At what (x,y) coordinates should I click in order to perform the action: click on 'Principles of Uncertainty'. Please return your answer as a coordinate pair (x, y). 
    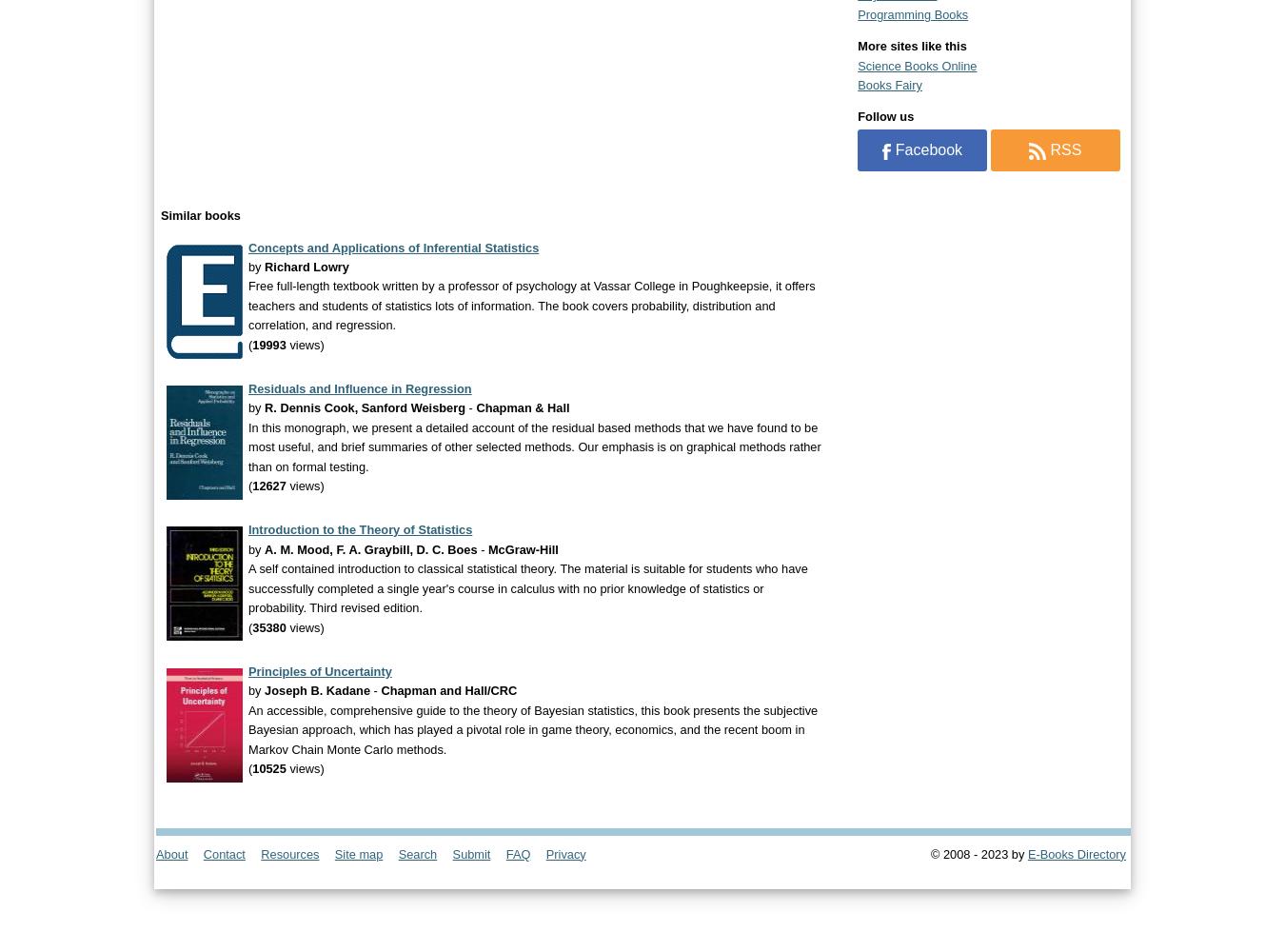
    Looking at the image, I should click on (319, 669).